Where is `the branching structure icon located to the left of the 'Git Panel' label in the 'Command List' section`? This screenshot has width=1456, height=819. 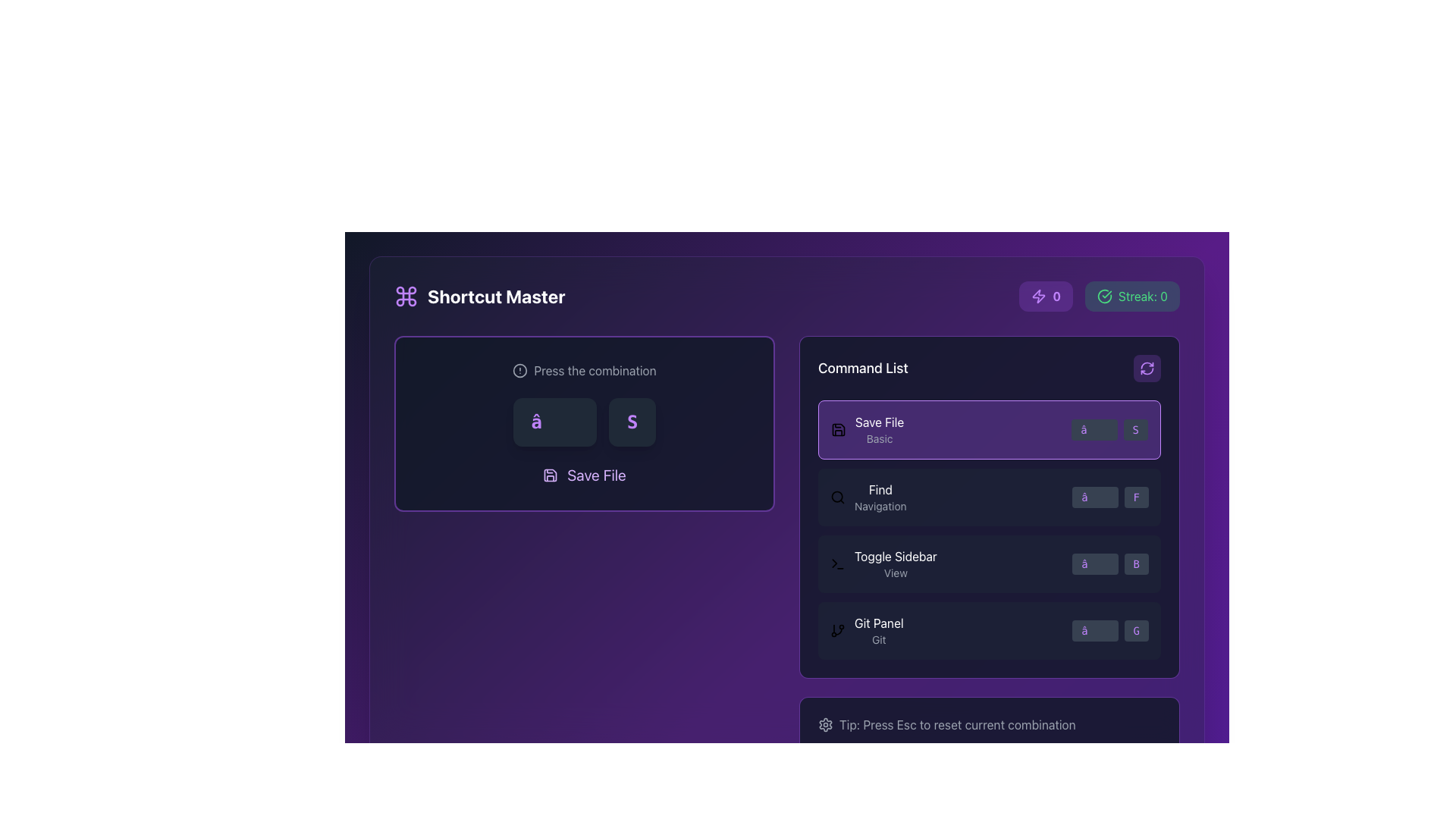 the branching structure icon located to the left of the 'Git Panel' label in the 'Command List' section is located at coordinates (836, 631).